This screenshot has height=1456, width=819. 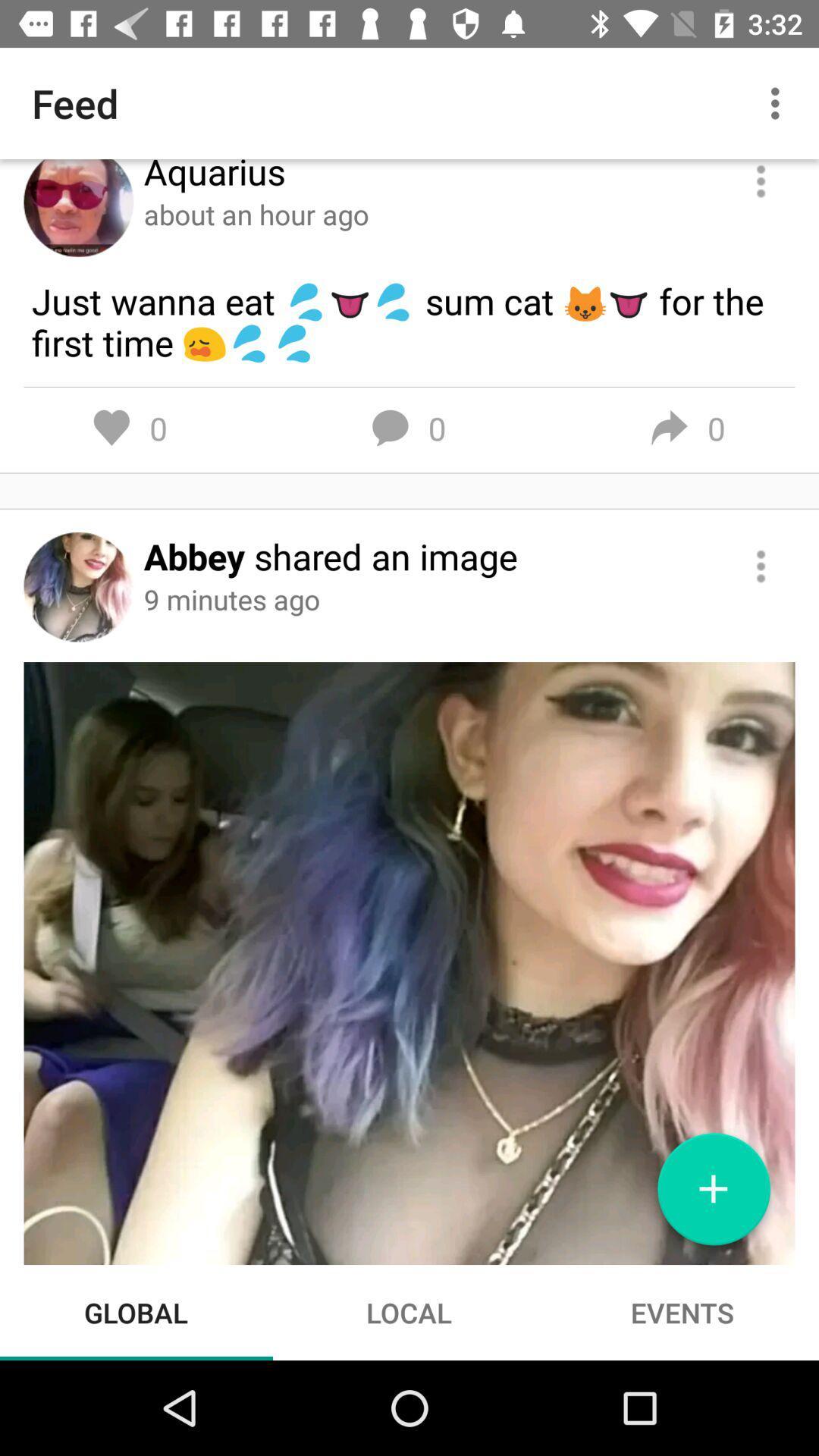 I want to click on profile picture, so click(x=78, y=207).